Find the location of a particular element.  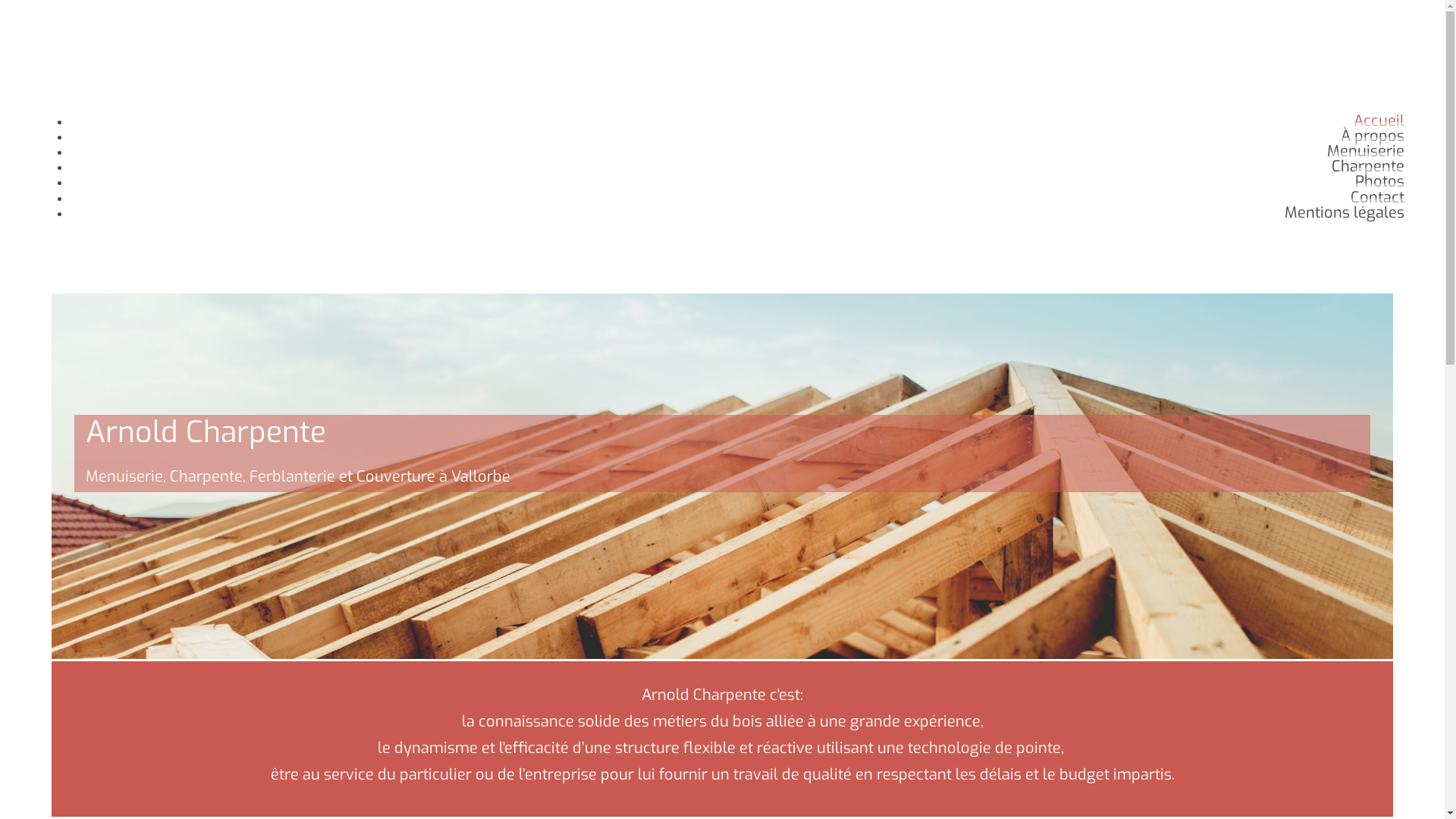

'Contact' is located at coordinates (1377, 196).